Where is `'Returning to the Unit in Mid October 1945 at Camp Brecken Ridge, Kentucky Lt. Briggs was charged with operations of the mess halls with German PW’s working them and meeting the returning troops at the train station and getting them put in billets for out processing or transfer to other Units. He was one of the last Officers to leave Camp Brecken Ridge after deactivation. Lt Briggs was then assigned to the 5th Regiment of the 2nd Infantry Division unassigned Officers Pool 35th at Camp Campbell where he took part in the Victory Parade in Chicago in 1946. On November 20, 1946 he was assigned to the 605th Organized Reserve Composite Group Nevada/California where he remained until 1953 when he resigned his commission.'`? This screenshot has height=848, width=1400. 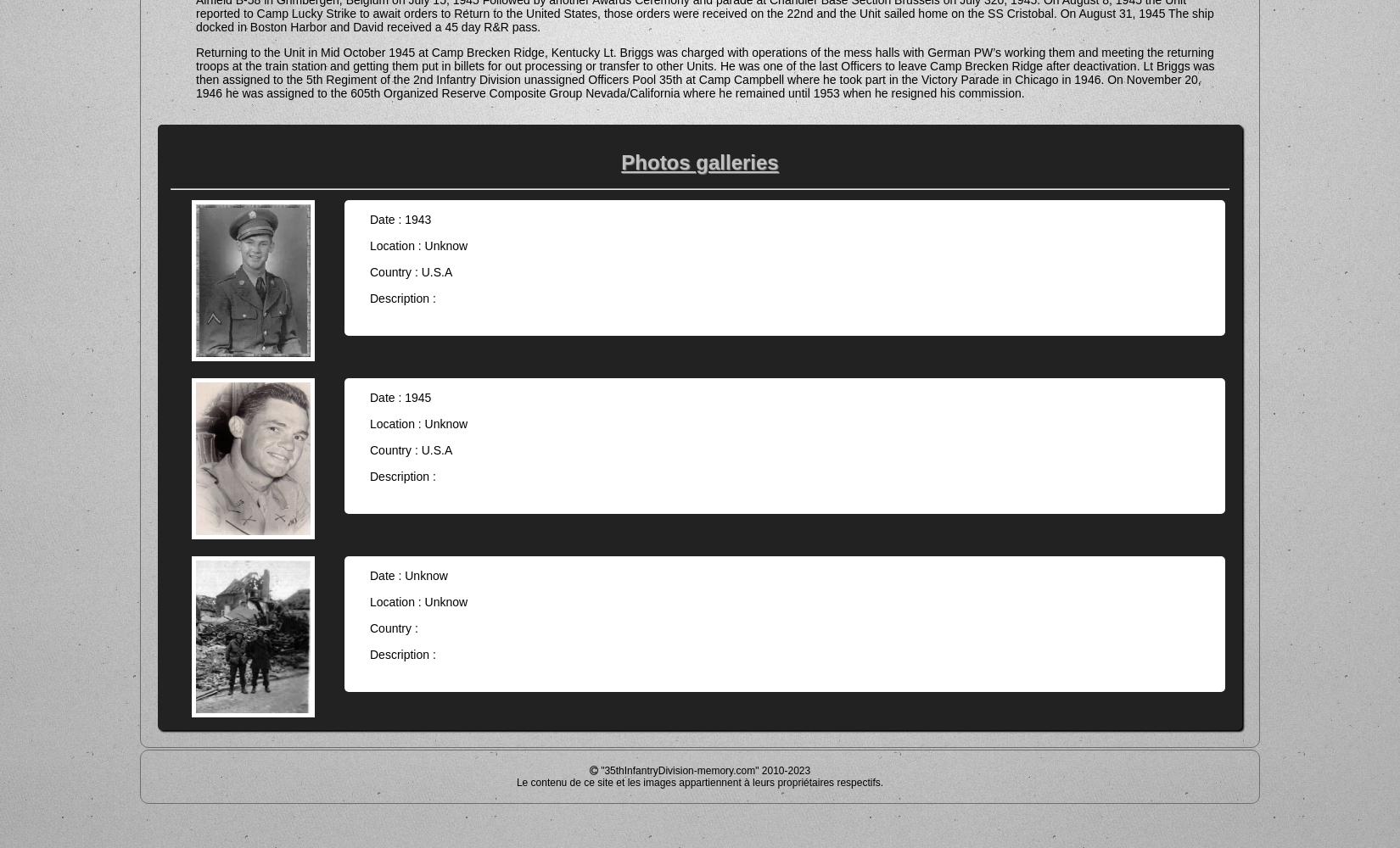 'Returning to the Unit in Mid October 1945 at Camp Brecken Ridge, Kentucky Lt. Briggs was charged with operations of the mess halls with German PW’s working them and meeting the returning troops at the train station and getting them put in billets for out processing or transfer to other Units. He was one of the last Officers to leave Camp Brecken Ridge after deactivation. Lt Briggs was then assigned to the 5th Regiment of the 2nd Infantry Division unassigned Officers Pool 35th at Camp Campbell where he took part in the Victory Parade in Chicago in 1946. On November 20, 1946 he was assigned to the 605th Organized Reserve Composite Group Nevada/California where he remained until 1953 when he resigned his commission.' is located at coordinates (704, 71).